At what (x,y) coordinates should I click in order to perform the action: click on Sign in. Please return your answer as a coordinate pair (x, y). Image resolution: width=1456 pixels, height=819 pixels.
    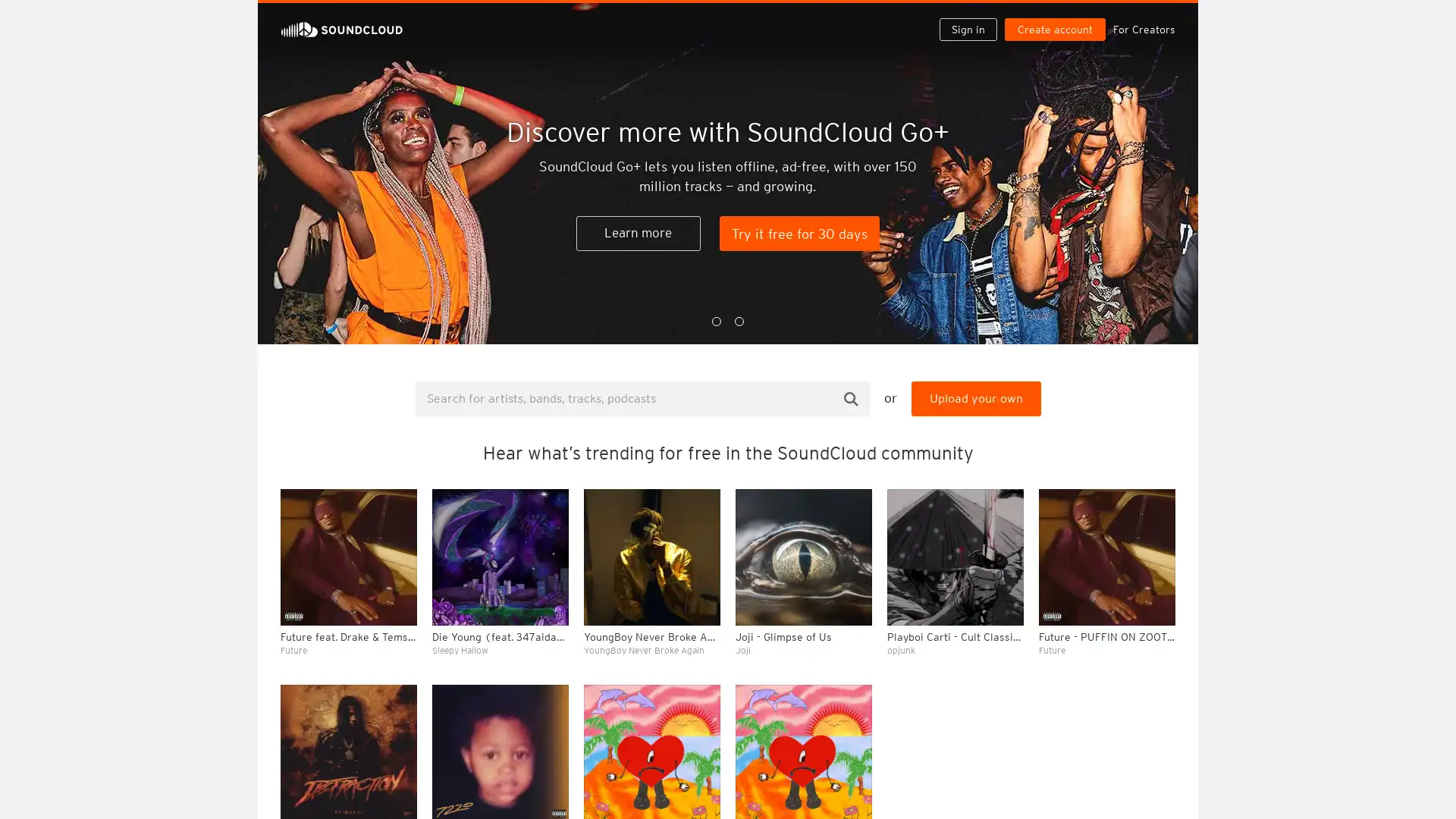
    Looking at the image, I should click on (967, 29).